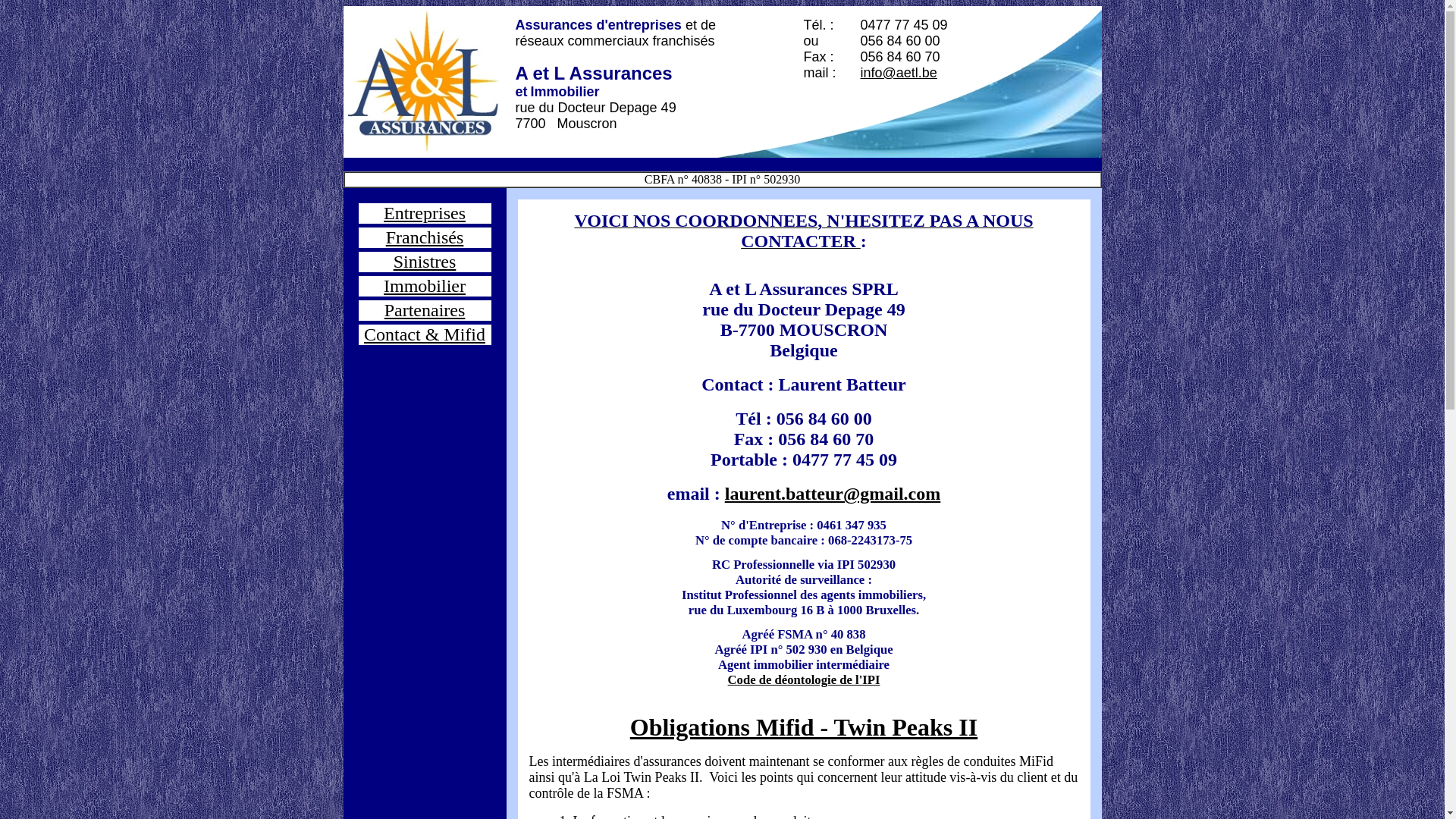  What do you see at coordinates (425, 260) in the screenshot?
I see `'Sinistres'` at bounding box center [425, 260].